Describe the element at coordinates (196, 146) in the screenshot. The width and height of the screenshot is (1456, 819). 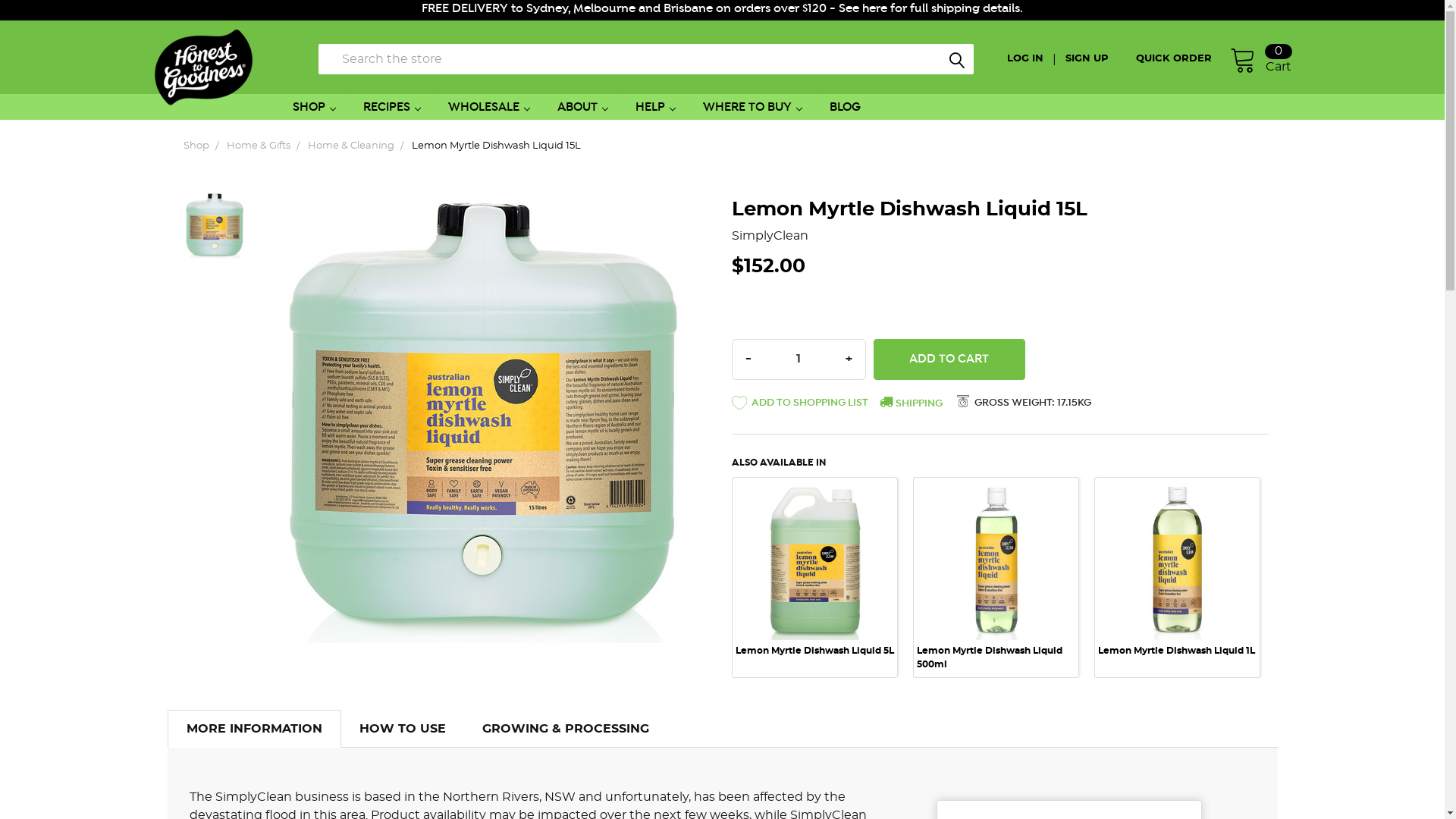
I see `'Shop'` at that location.